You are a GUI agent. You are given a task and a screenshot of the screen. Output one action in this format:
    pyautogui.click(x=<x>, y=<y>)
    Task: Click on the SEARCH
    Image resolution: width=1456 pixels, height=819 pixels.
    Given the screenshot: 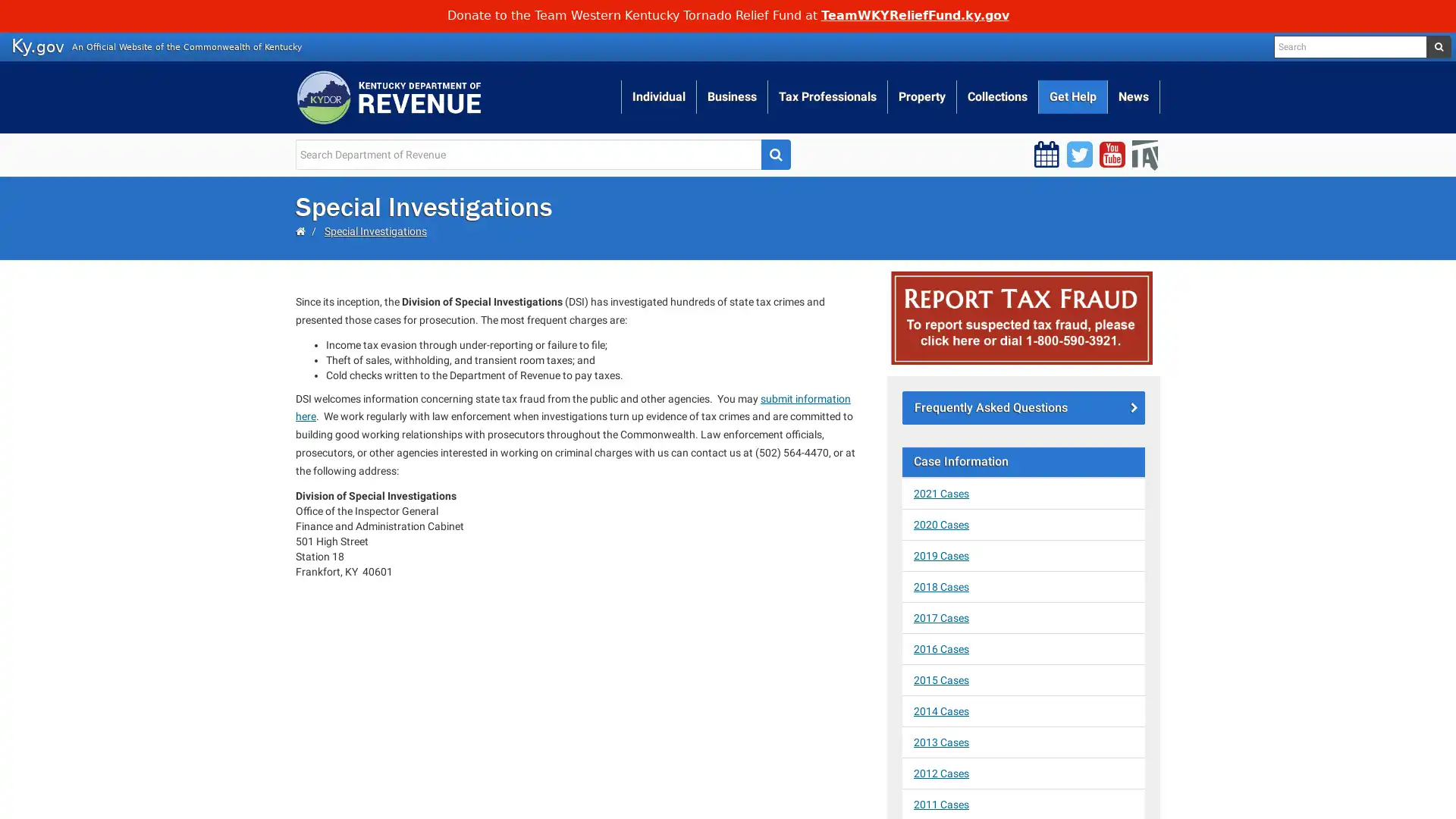 What is the action you would take?
    pyautogui.click(x=1437, y=45)
    